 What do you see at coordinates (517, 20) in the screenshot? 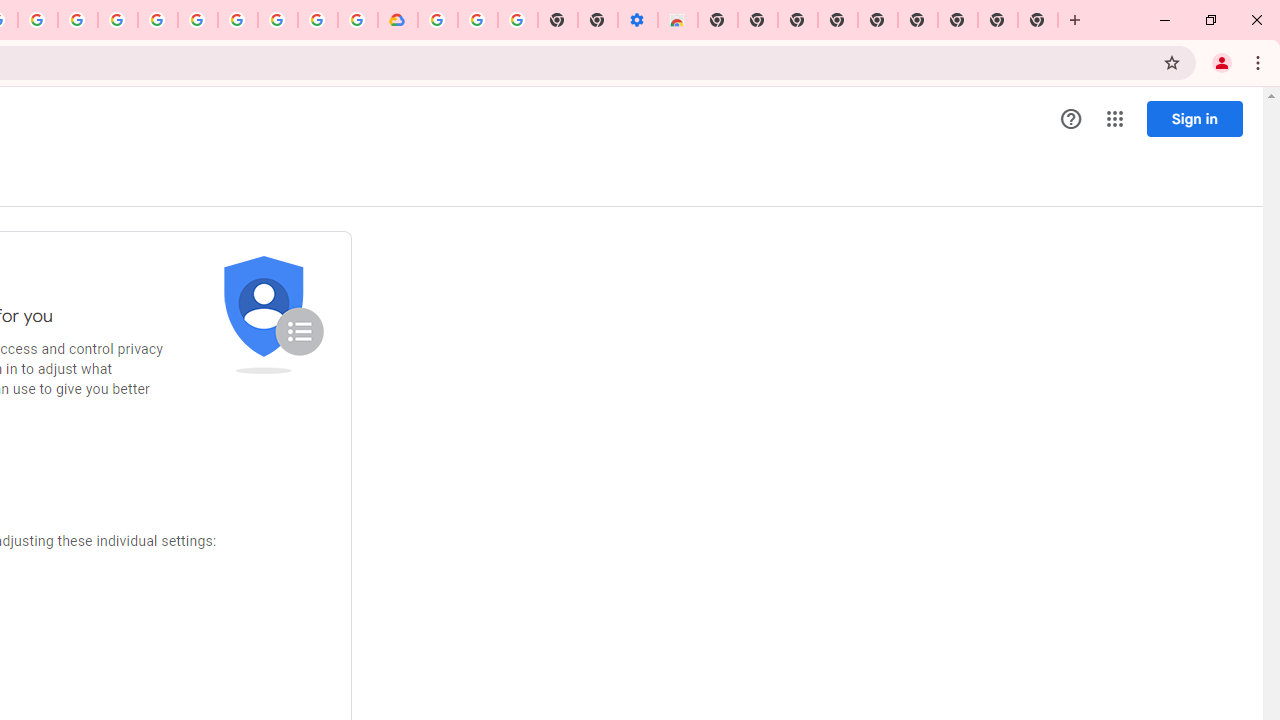
I see `'Turn cookies on or off - Computer - Google Account Help'` at bounding box center [517, 20].